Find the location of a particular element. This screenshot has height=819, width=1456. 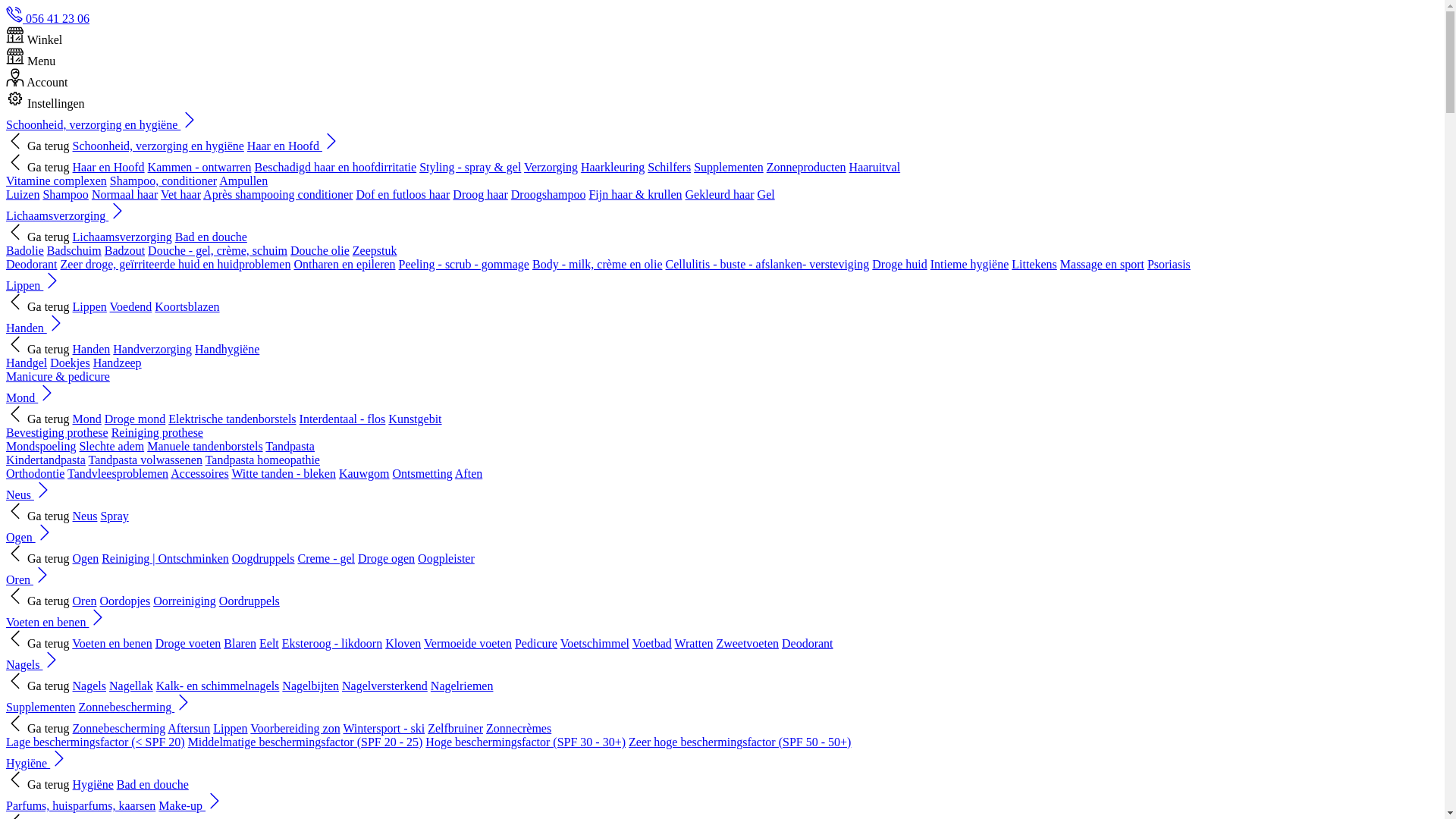

'Kauwgom' is located at coordinates (337, 472).